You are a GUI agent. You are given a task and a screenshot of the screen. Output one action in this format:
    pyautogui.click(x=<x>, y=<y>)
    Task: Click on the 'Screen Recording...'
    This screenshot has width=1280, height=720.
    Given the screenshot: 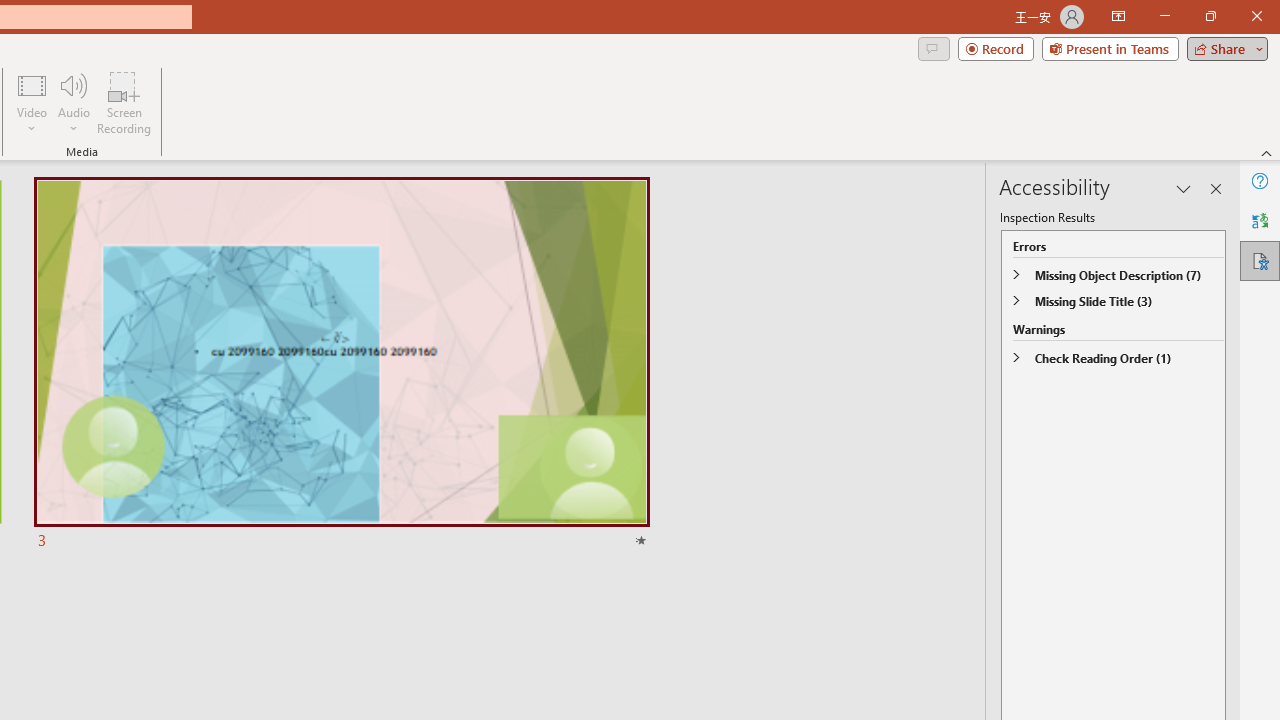 What is the action you would take?
    pyautogui.click(x=123, y=103)
    